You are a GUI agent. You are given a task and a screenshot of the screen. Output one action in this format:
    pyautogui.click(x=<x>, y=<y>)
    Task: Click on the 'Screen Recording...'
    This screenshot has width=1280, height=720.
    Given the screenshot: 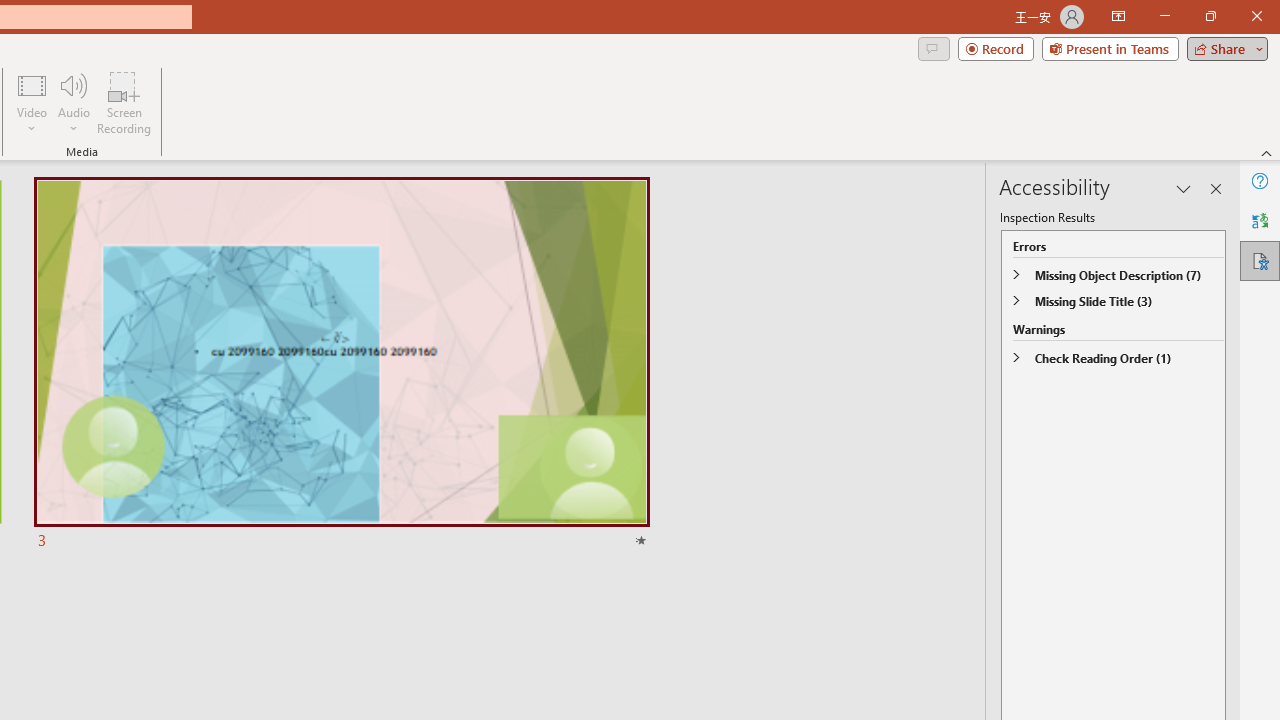 What is the action you would take?
    pyautogui.click(x=123, y=103)
    